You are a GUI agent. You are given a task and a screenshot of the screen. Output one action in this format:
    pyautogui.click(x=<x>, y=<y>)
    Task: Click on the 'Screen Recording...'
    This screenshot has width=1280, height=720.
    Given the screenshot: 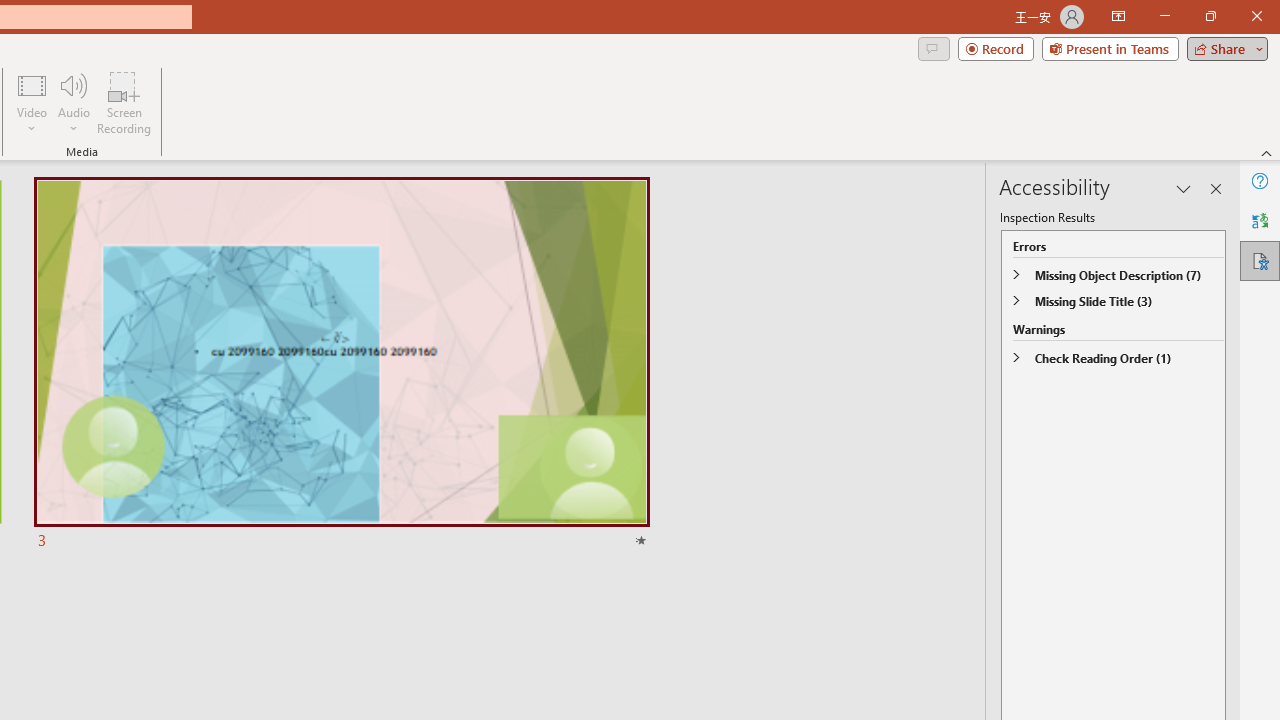 What is the action you would take?
    pyautogui.click(x=123, y=103)
    